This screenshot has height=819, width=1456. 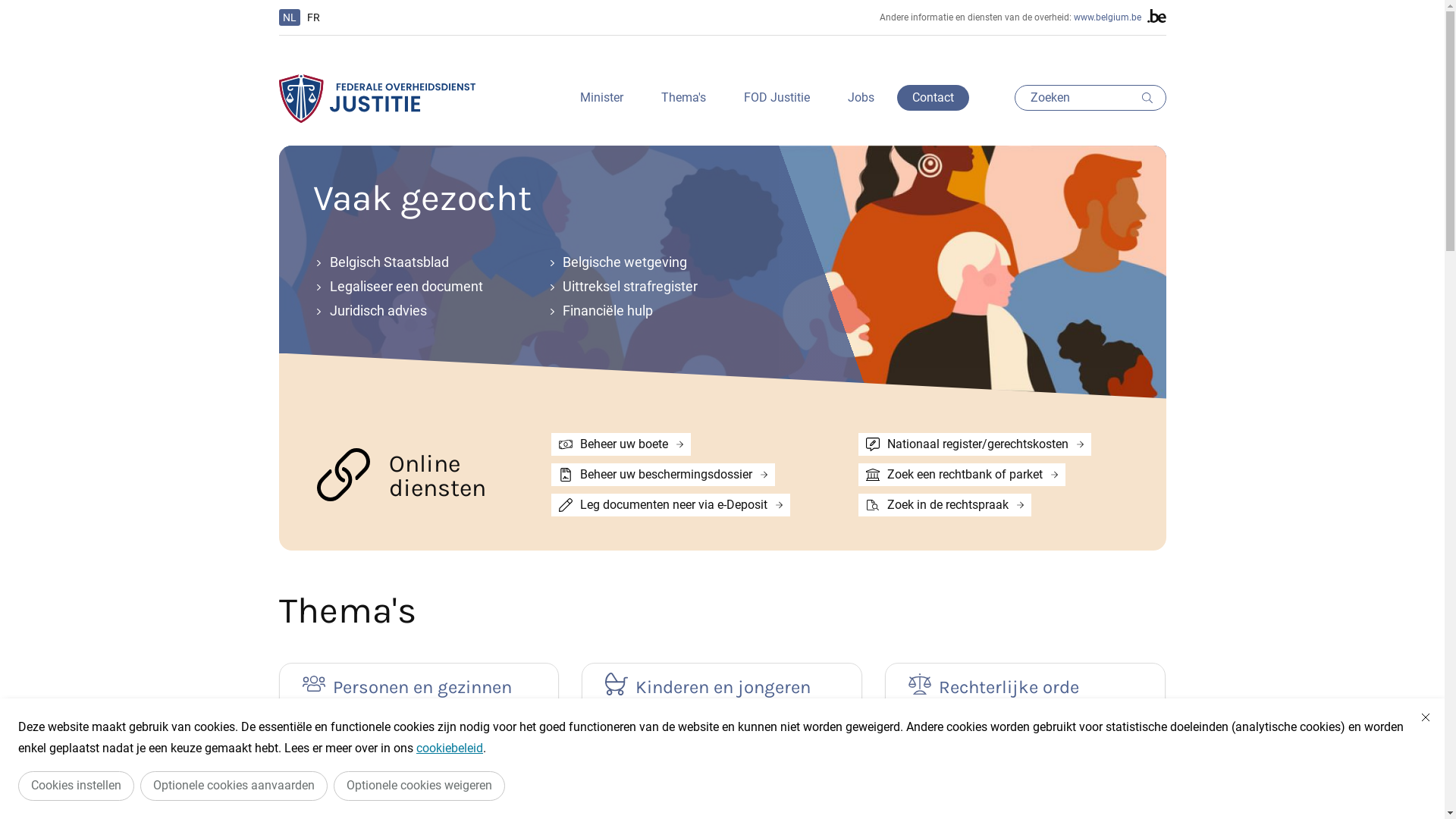 What do you see at coordinates (720, 685) in the screenshot?
I see `'Kinderen en jongeren'` at bounding box center [720, 685].